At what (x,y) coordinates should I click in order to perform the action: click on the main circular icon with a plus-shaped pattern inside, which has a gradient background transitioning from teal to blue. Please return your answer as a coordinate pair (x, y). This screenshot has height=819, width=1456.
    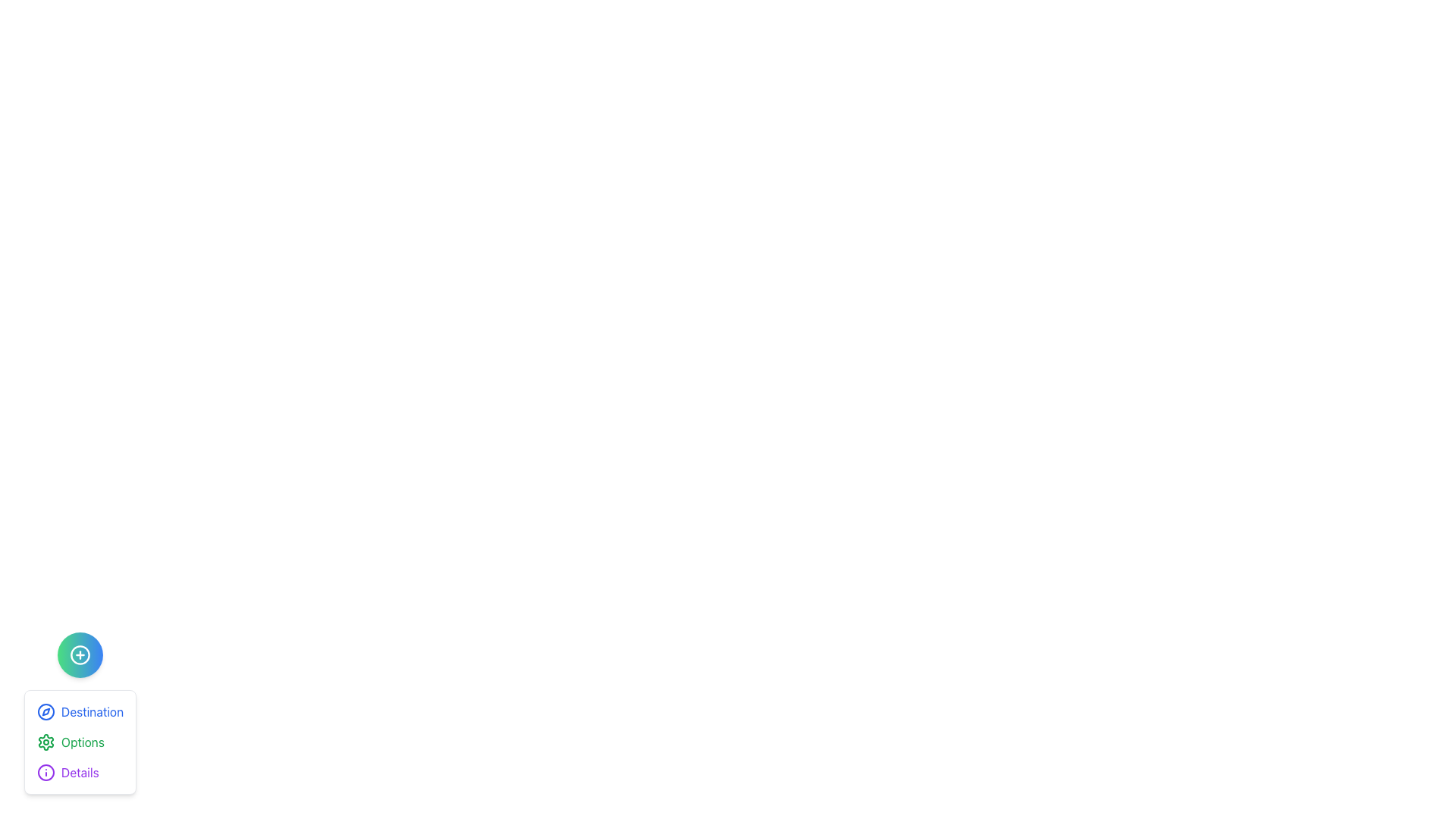
    Looking at the image, I should click on (79, 654).